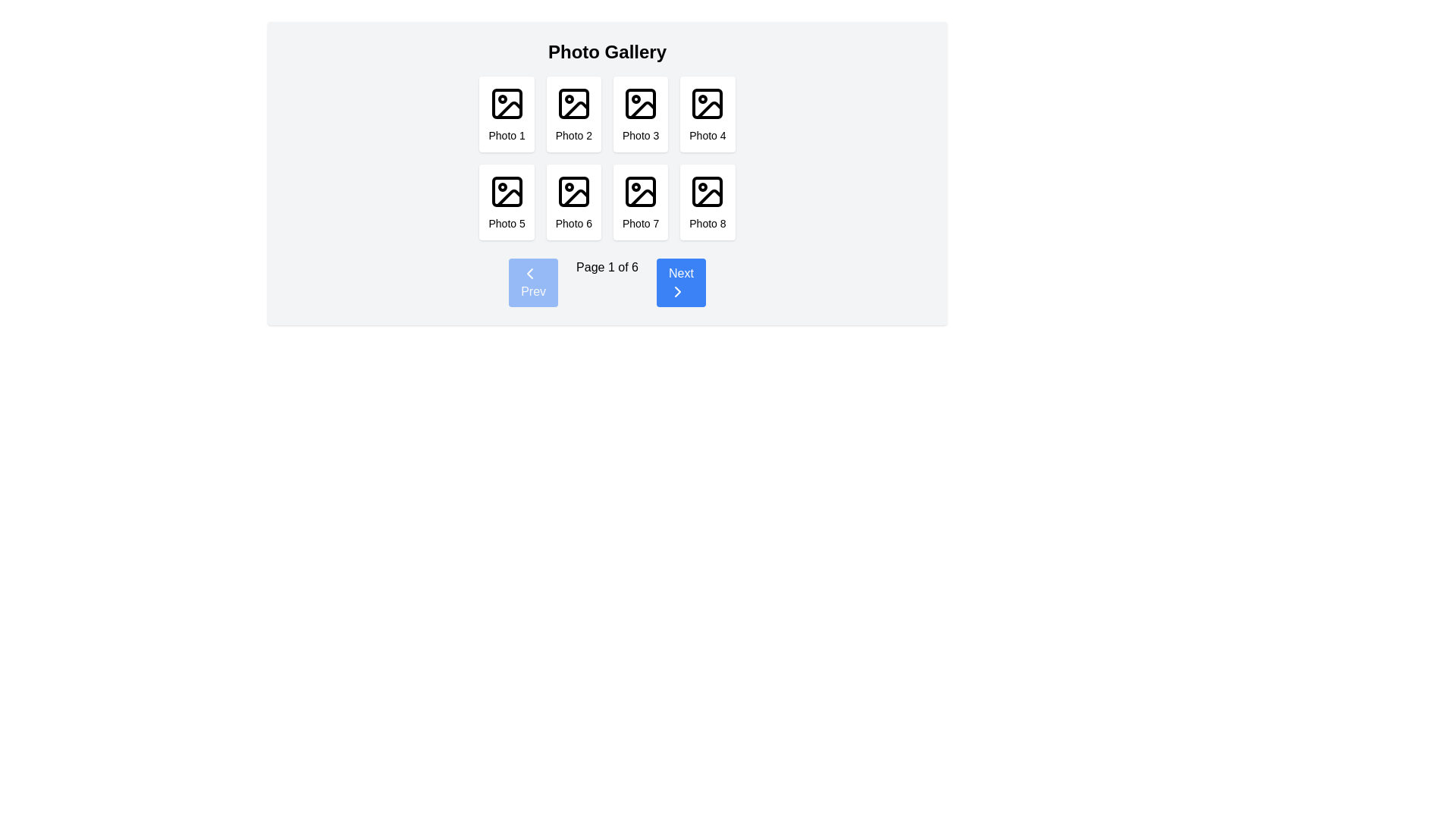 This screenshot has height=819, width=1456. I want to click on the SVG rectangle shape that is part of the photo icon for 'Photo 2' in the second item of the image grid, so click(573, 103).